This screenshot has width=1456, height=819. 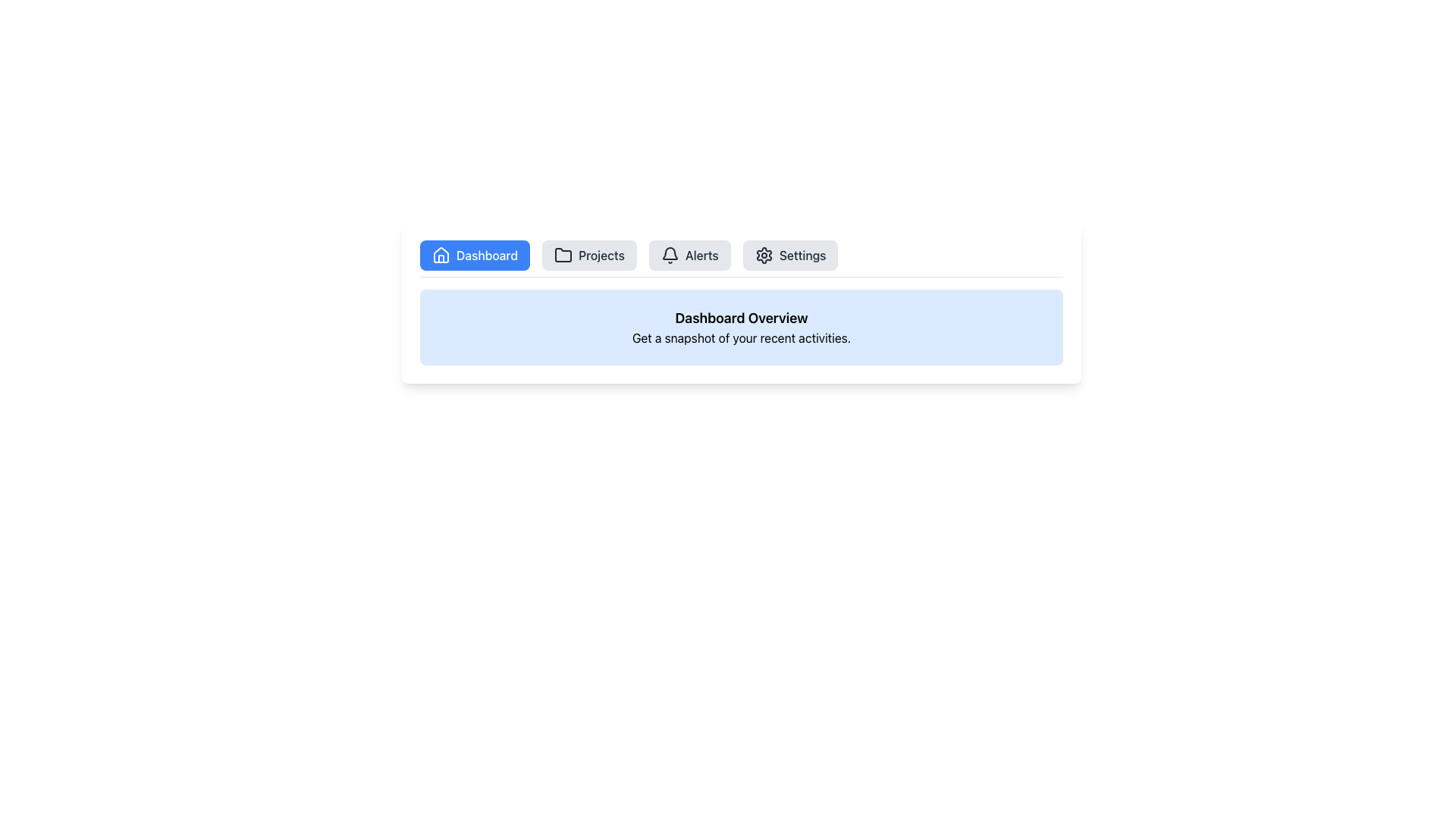 What do you see at coordinates (440, 253) in the screenshot?
I see `the house icon that represents the 'Dashboard' section located on the leftmost side of the horizontal navigation bar` at bounding box center [440, 253].